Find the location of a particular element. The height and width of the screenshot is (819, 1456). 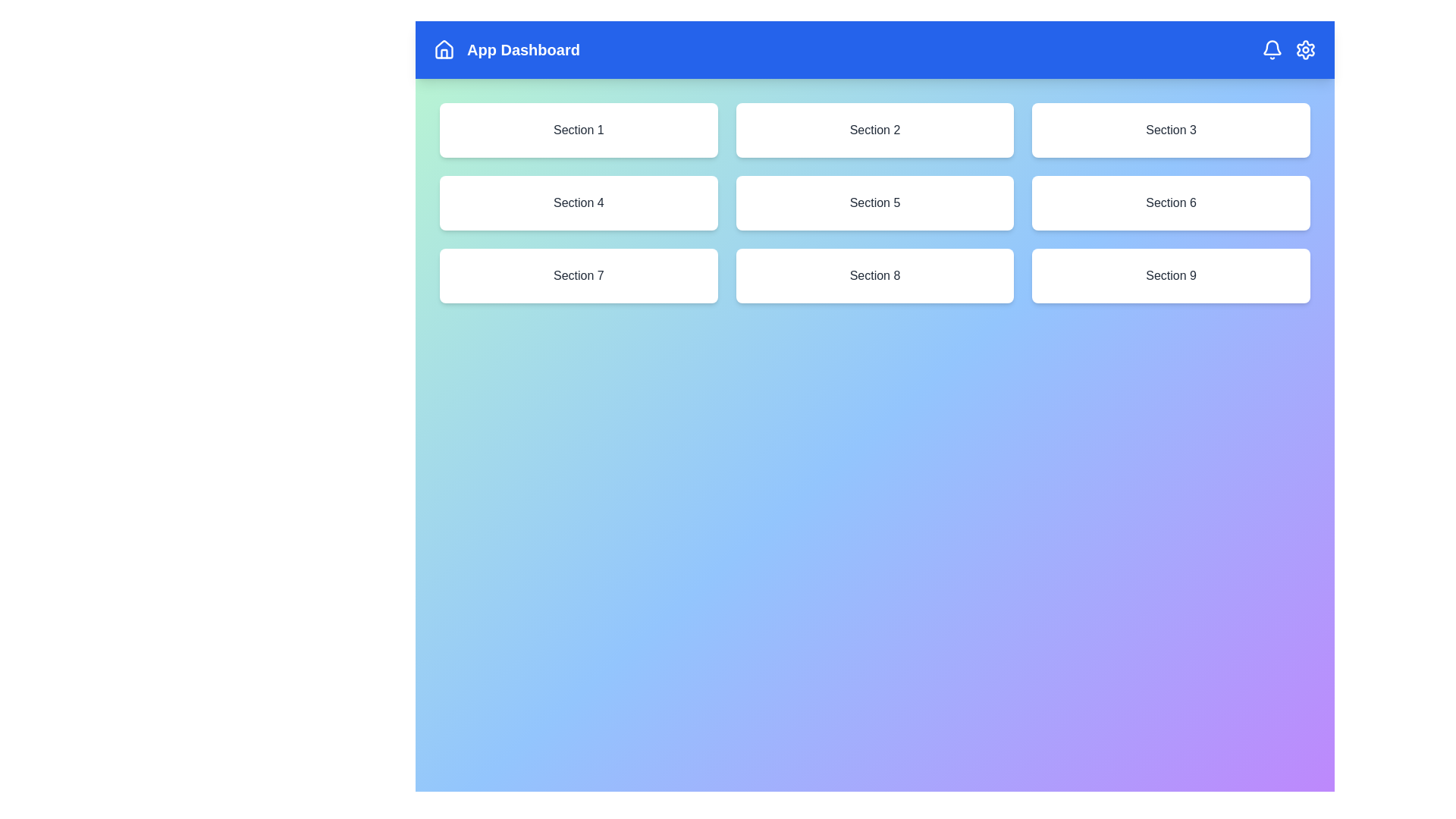

the 'Settings' icon in the top right corner of the component is located at coordinates (1305, 49).